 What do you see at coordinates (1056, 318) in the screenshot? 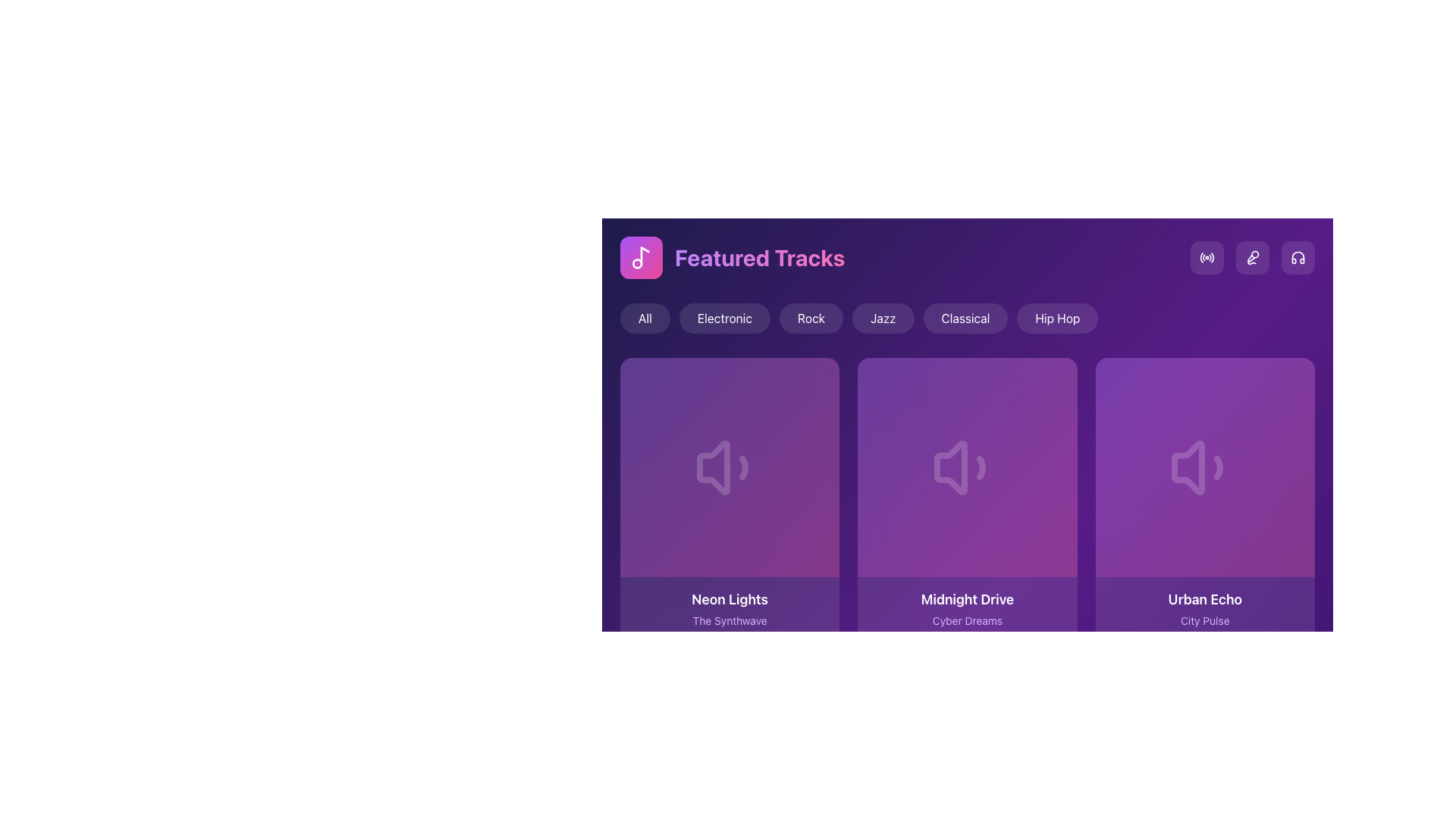
I see `the 'Hip Hop' button, which is the sixth button in the horizontal list of category buttons under the 'Featured Tracks' section, to filter content` at bounding box center [1056, 318].